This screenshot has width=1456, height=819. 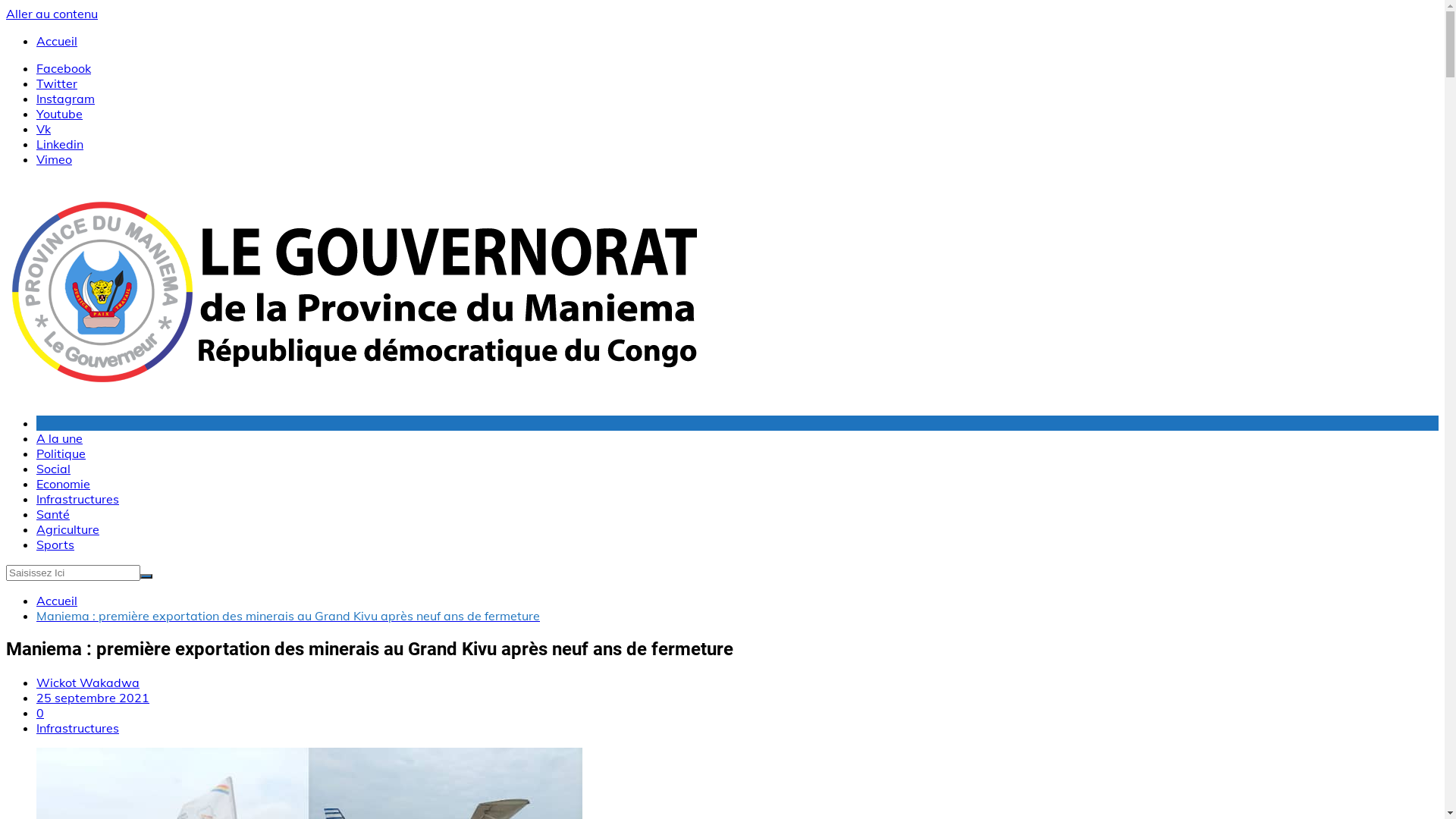 What do you see at coordinates (77, 727) in the screenshot?
I see `'Infrastructures'` at bounding box center [77, 727].